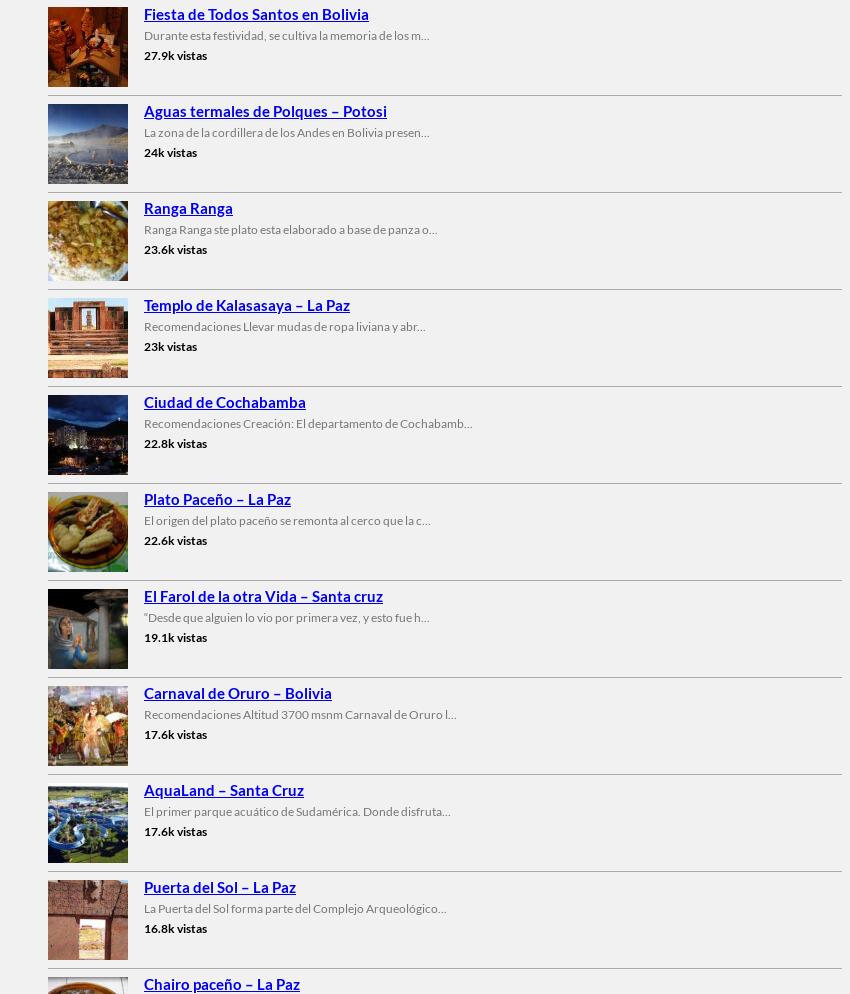 The width and height of the screenshot is (850, 994). I want to click on 'La Puerta del Sol forma parte del Complejo Arqueológico...', so click(294, 906).